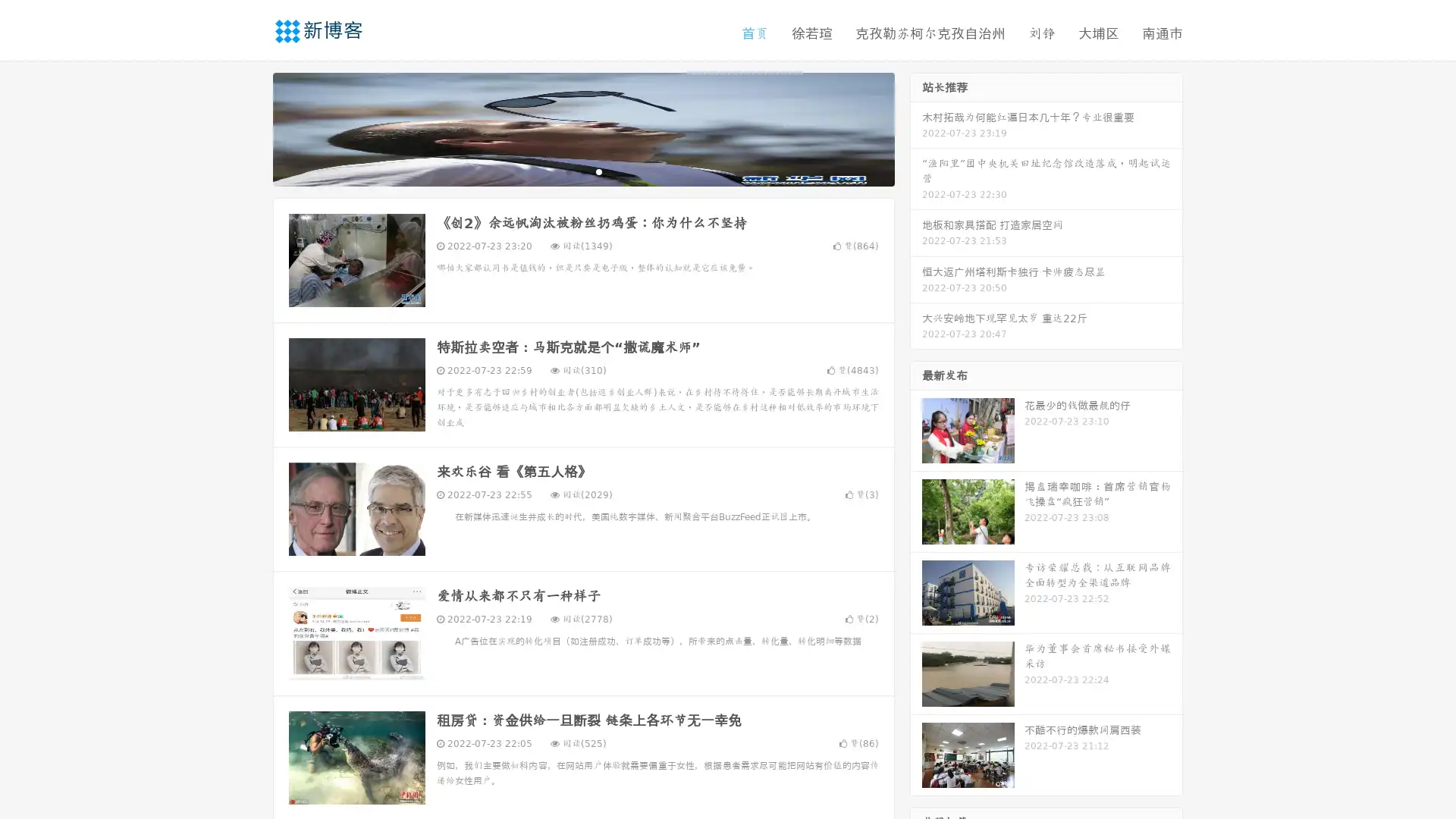 The image size is (1456, 819). Describe the element at coordinates (567, 171) in the screenshot. I see `Go to slide 1` at that location.